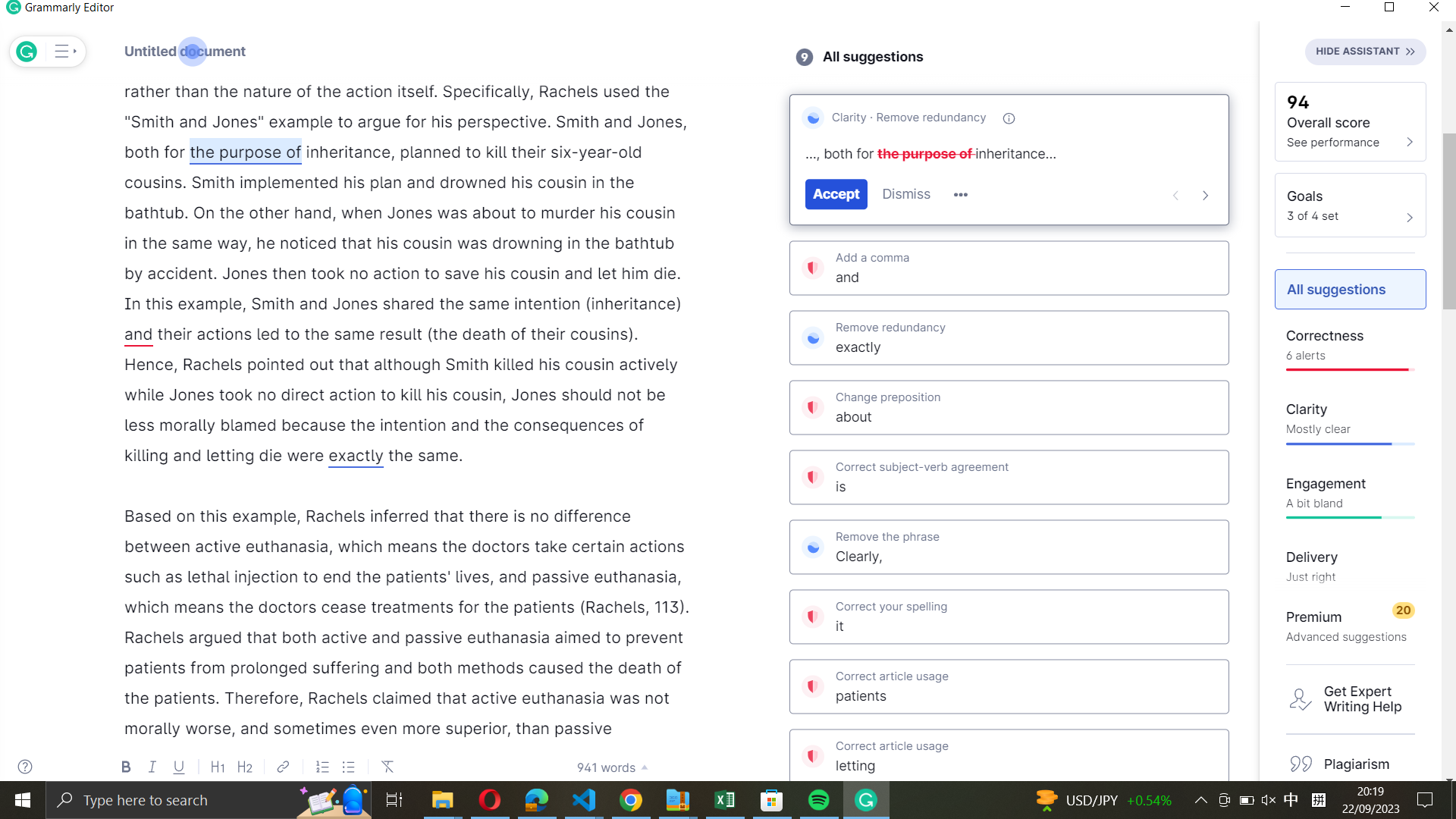 The width and height of the screenshot is (1456, 819). I want to click on Change word font to italics, so click(347, 152).